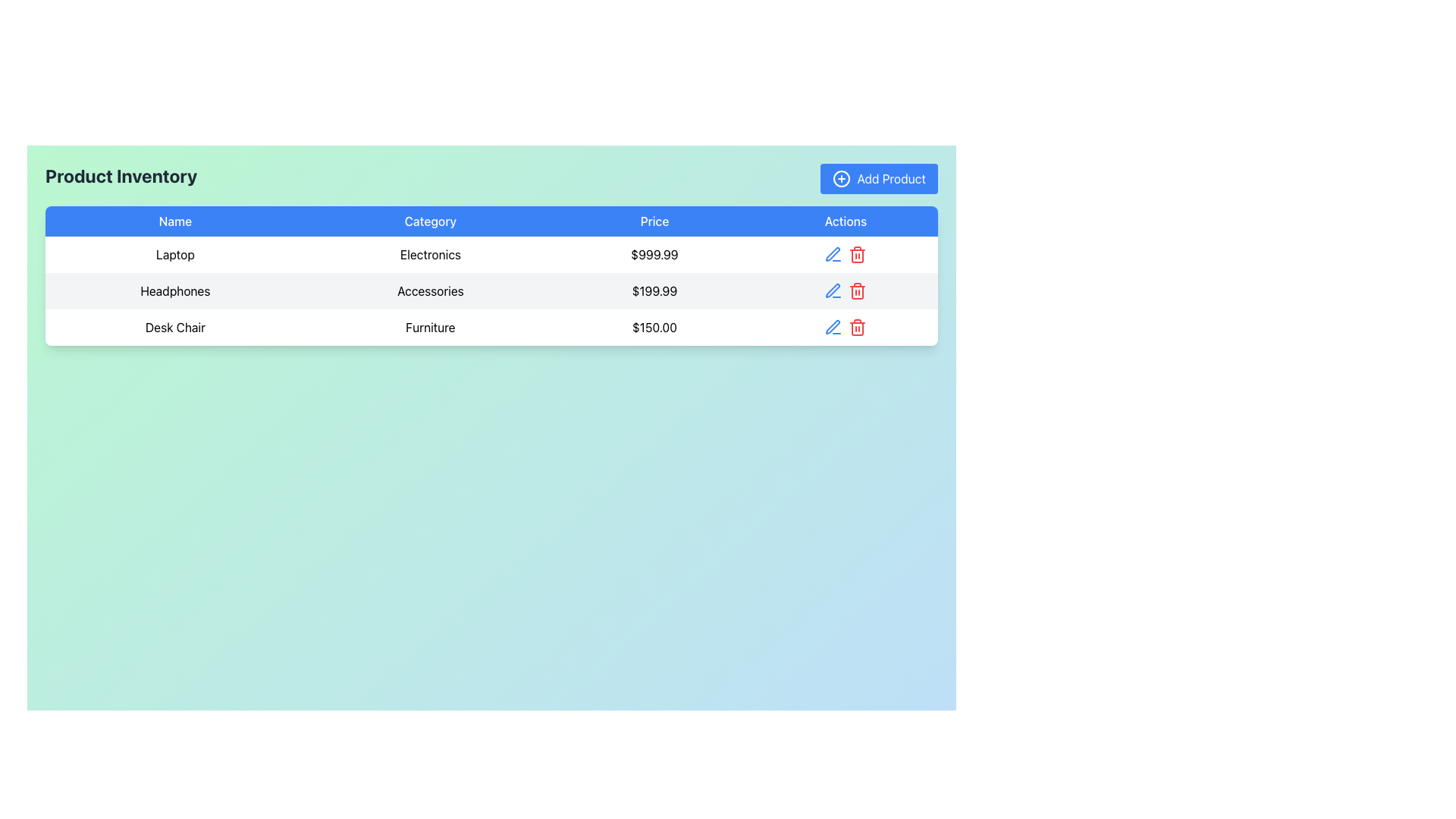 This screenshot has width=1456, height=819. What do you see at coordinates (832, 326) in the screenshot?
I see `the edit icon for the 'Headphones' product entry located in the 'Actions' column of the second row of the table` at bounding box center [832, 326].